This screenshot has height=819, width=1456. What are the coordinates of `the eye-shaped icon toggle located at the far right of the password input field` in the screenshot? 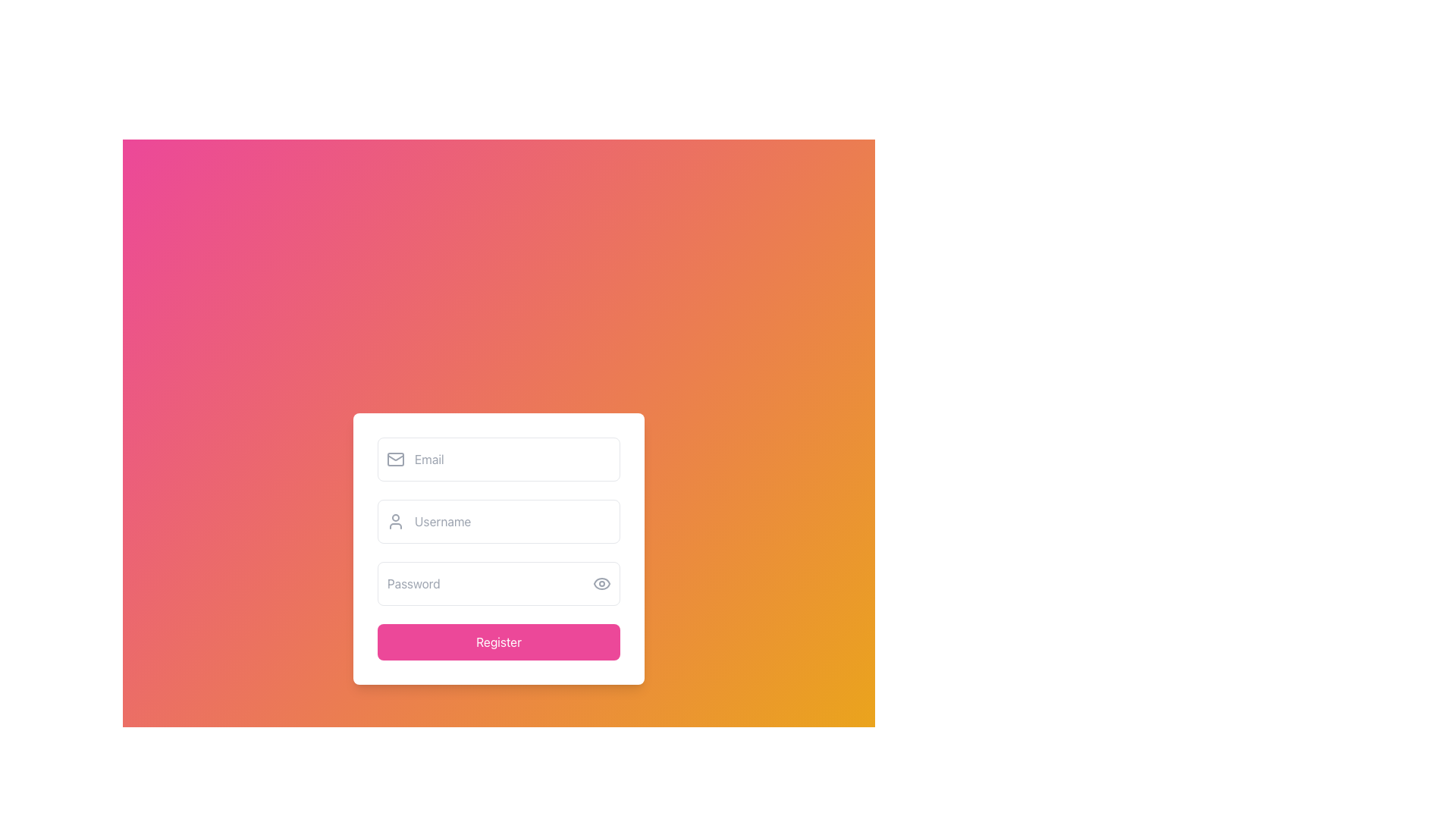 It's located at (601, 583).